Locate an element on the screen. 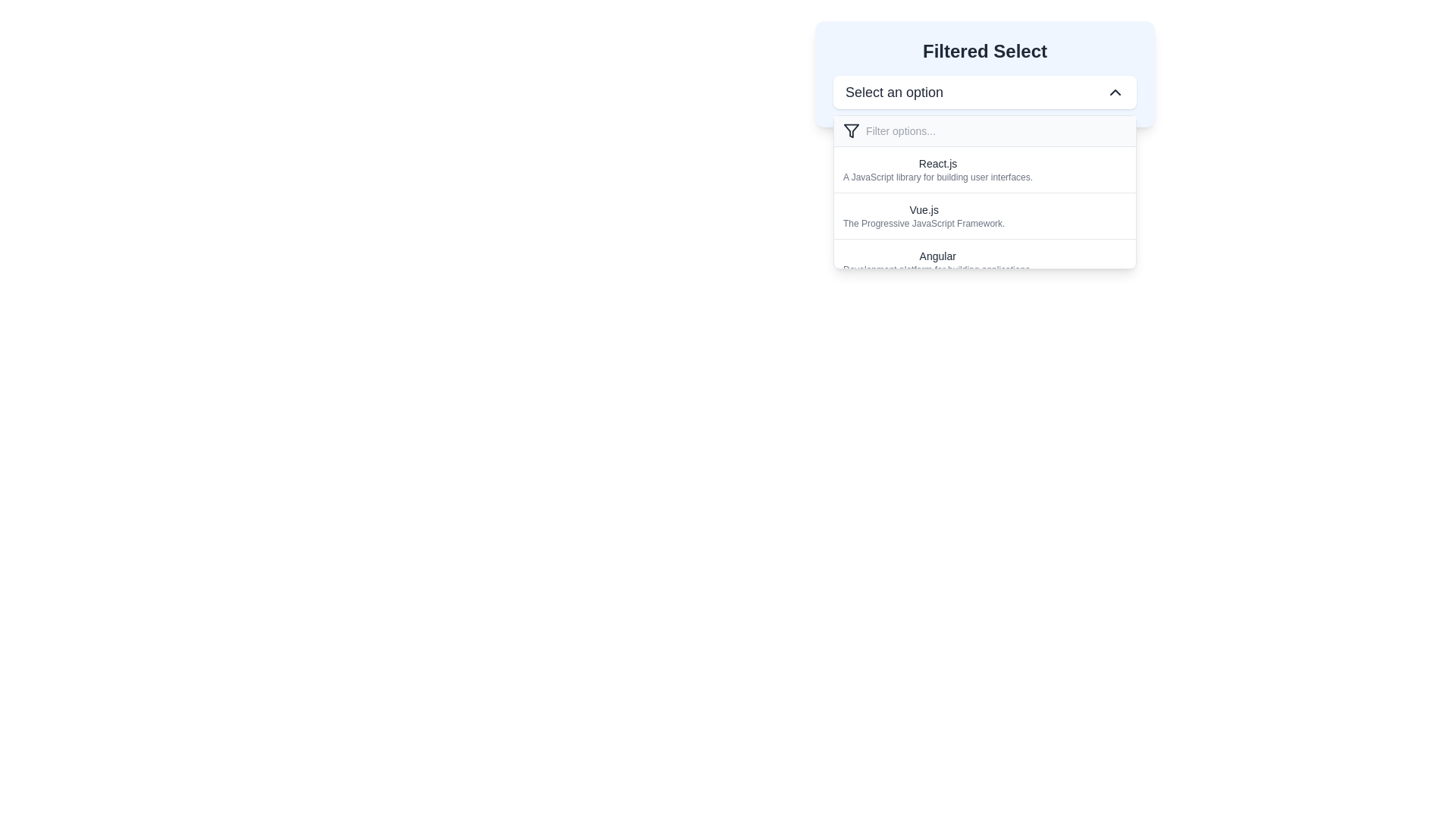 This screenshot has width=1456, height=819. the downward chevron arrow icon located at the right edge of the 'Select an option' button for visual feedback is located at coordinates (1115, 93).